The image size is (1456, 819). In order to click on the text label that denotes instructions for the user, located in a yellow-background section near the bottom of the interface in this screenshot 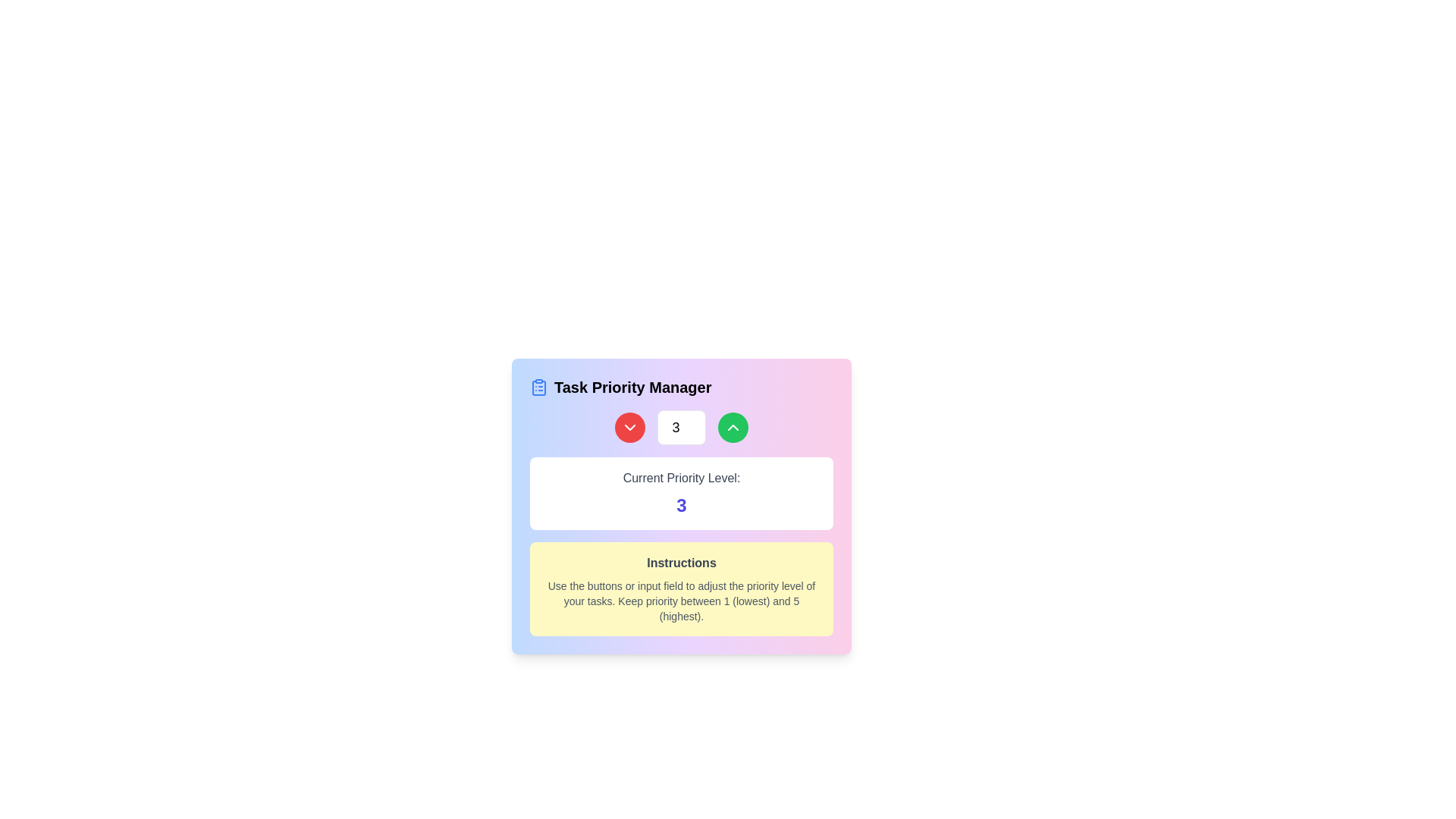, I will do `click(680, 563)`.